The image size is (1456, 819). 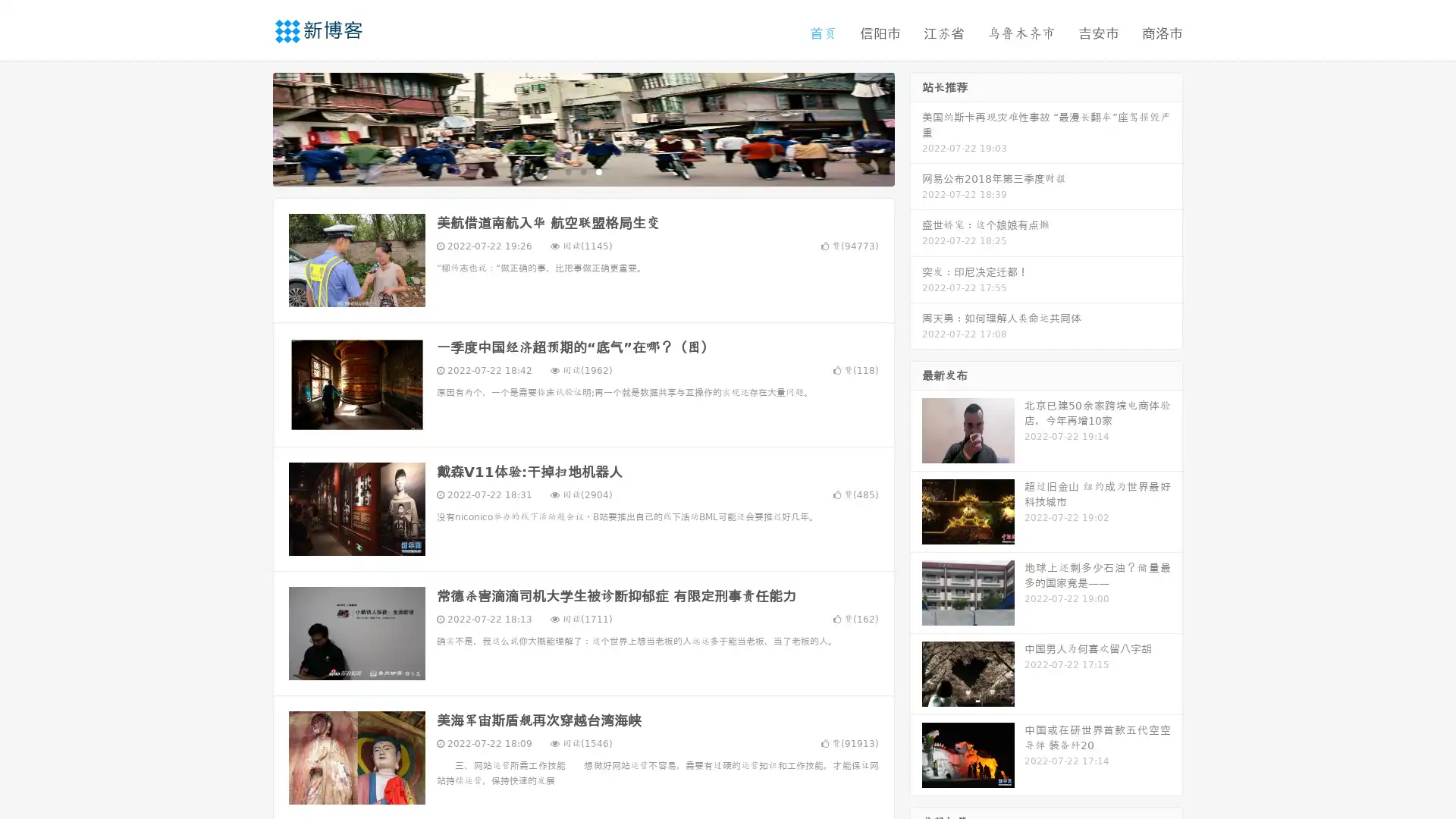 I want to click on Previous slide, so click(x=250, y=127).